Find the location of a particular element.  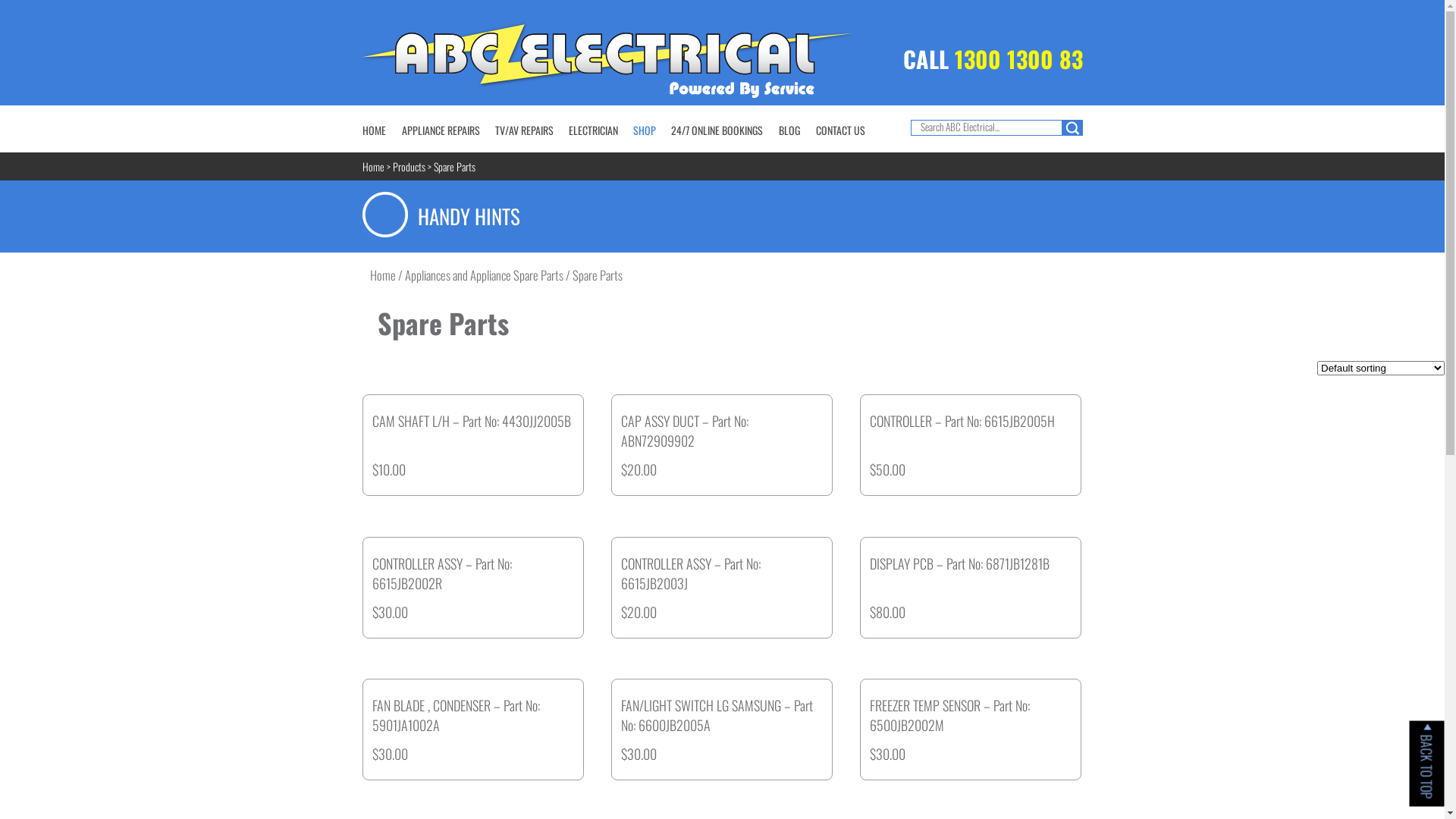

'24/7 ONLINE BOOKINGS' is located at coordinates (715, 129).